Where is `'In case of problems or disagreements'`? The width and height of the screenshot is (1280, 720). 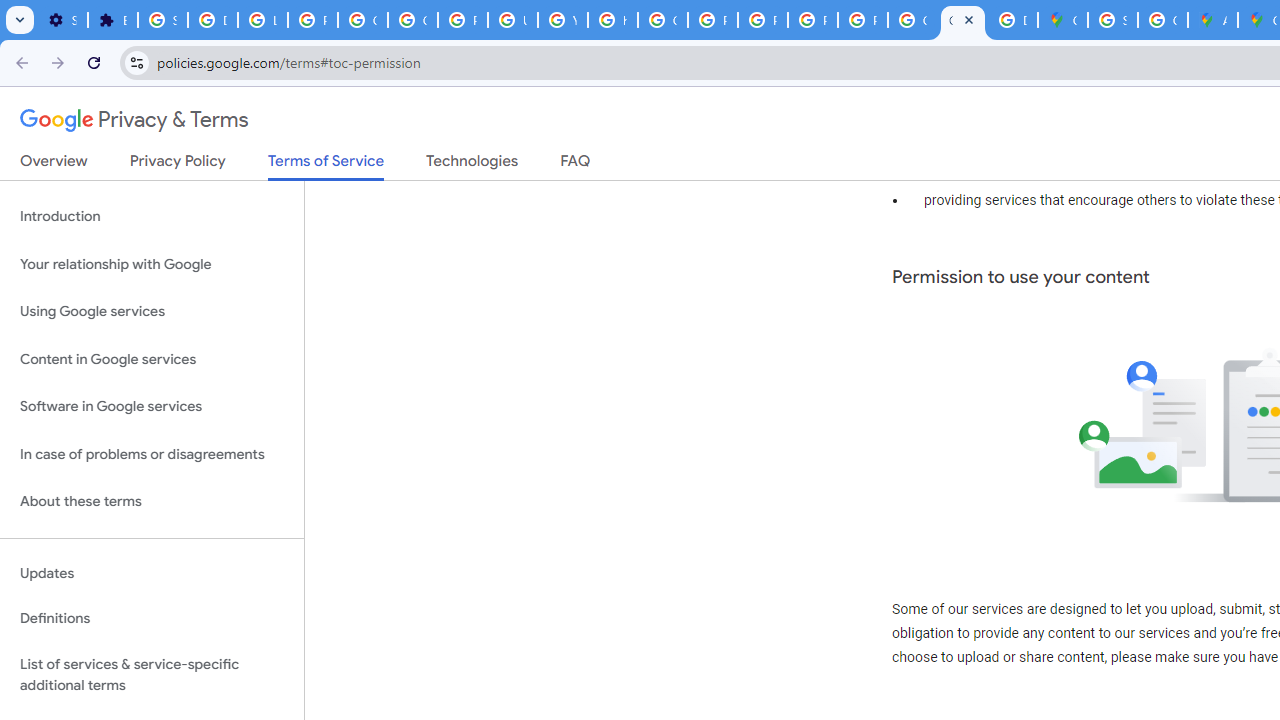
'In case of problems or disagreements' is located at coordinates (151, 454).